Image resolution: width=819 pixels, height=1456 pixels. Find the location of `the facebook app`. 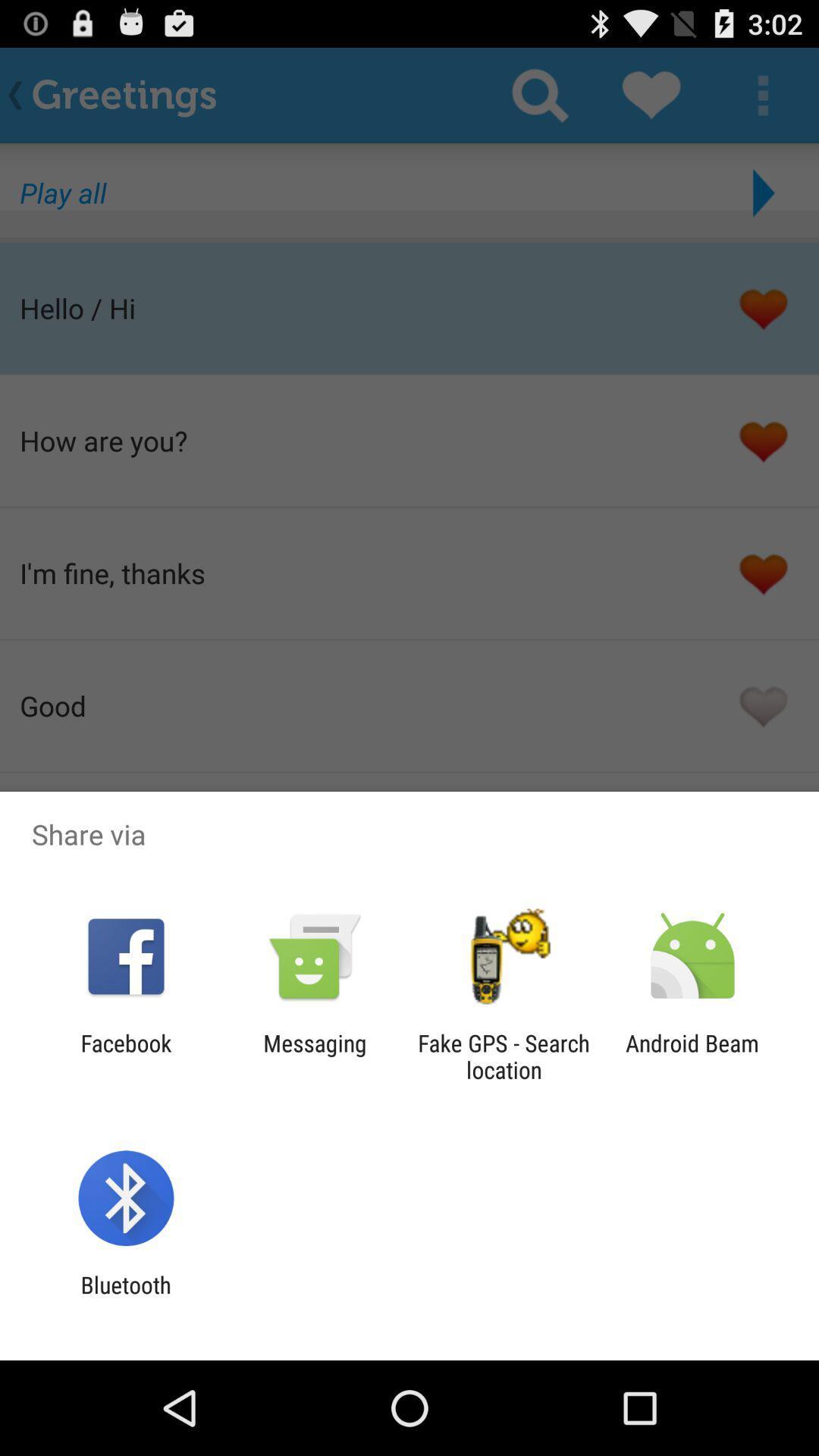

the facebook app is located at coordinates (125, 1056).